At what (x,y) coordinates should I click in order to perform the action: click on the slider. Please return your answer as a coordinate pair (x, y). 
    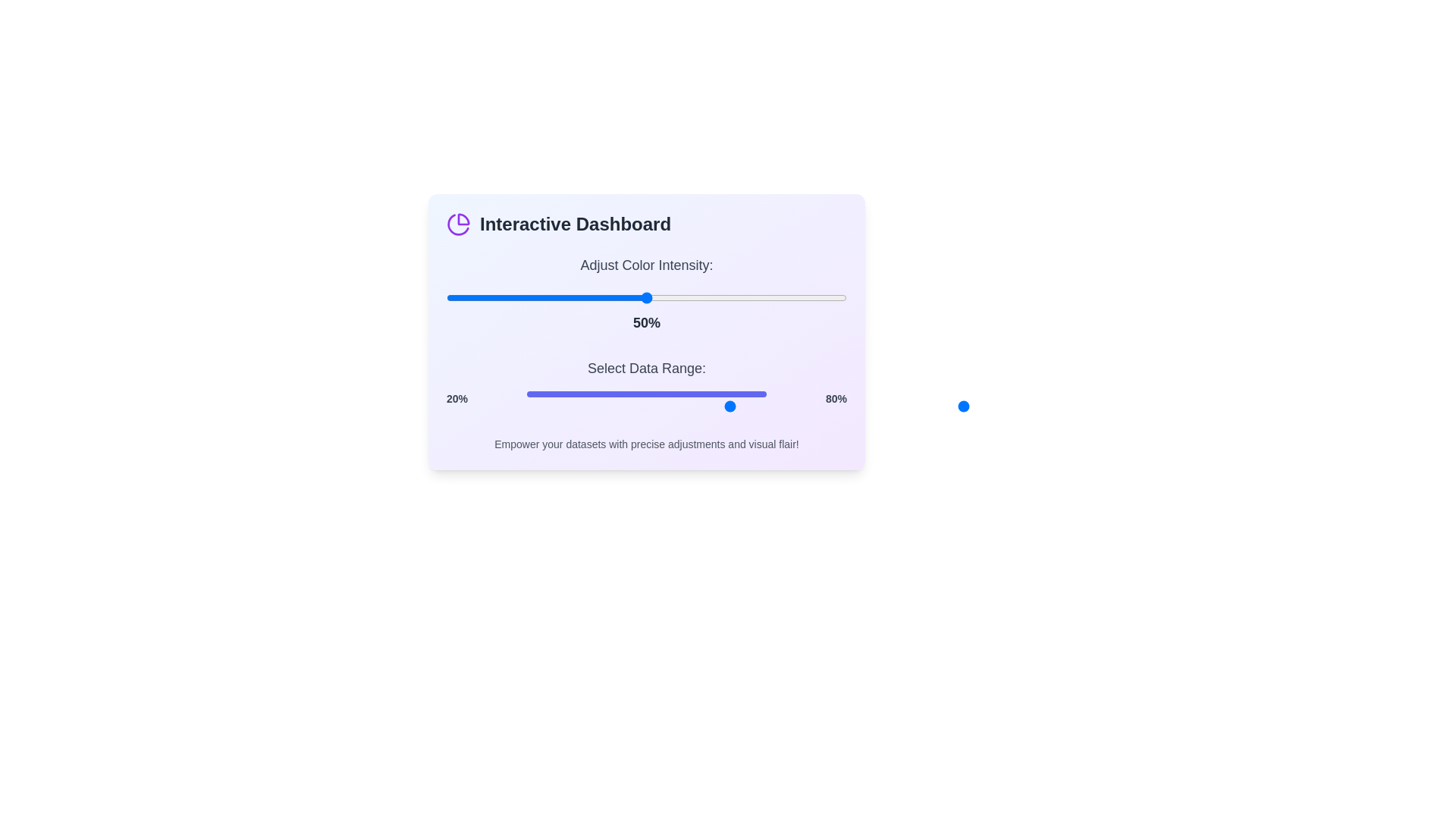
    Looking at the image, I should click on (767, 406).